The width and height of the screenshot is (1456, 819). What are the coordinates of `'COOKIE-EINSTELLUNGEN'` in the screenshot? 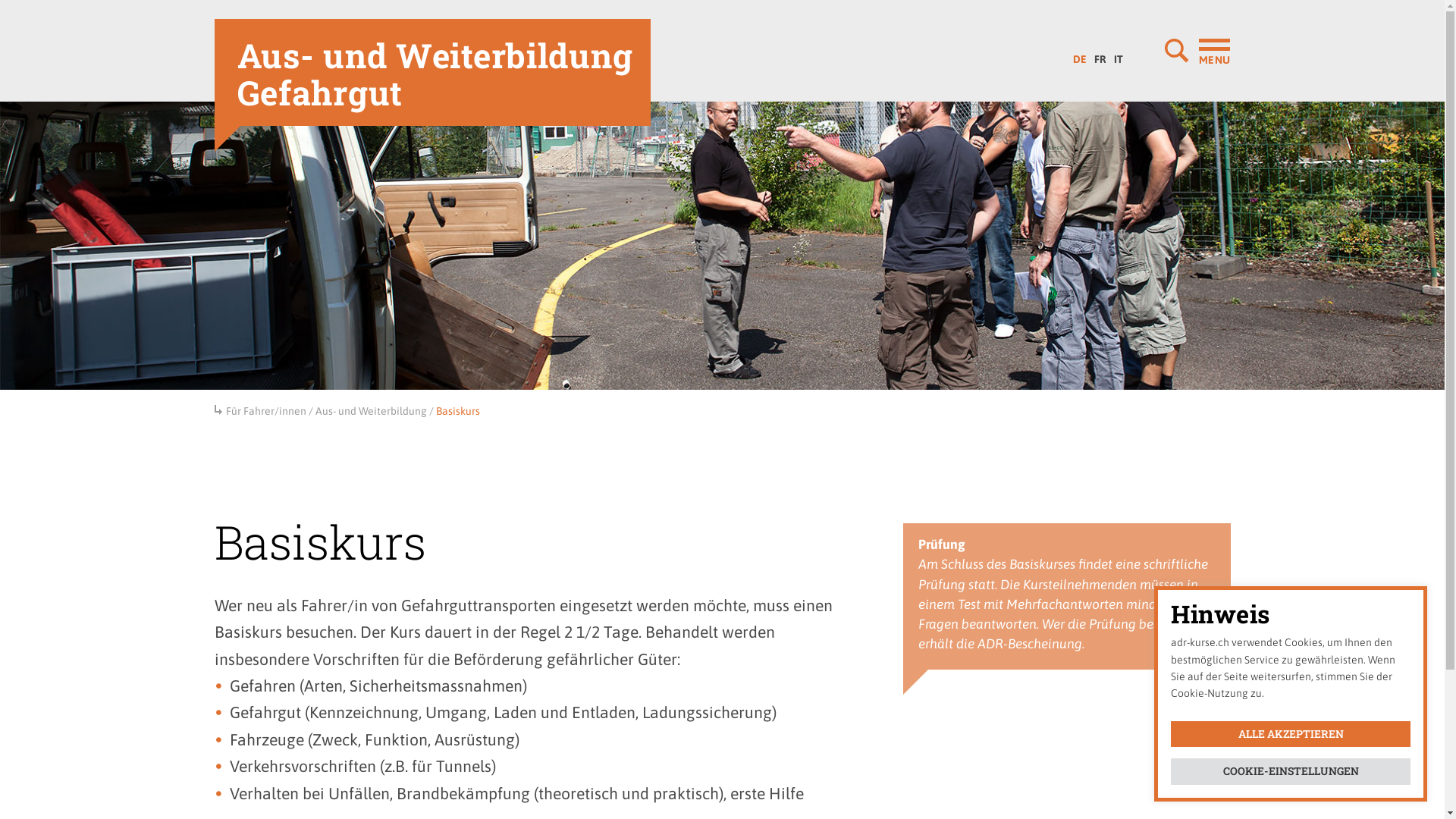 It's located at (1170, 771).